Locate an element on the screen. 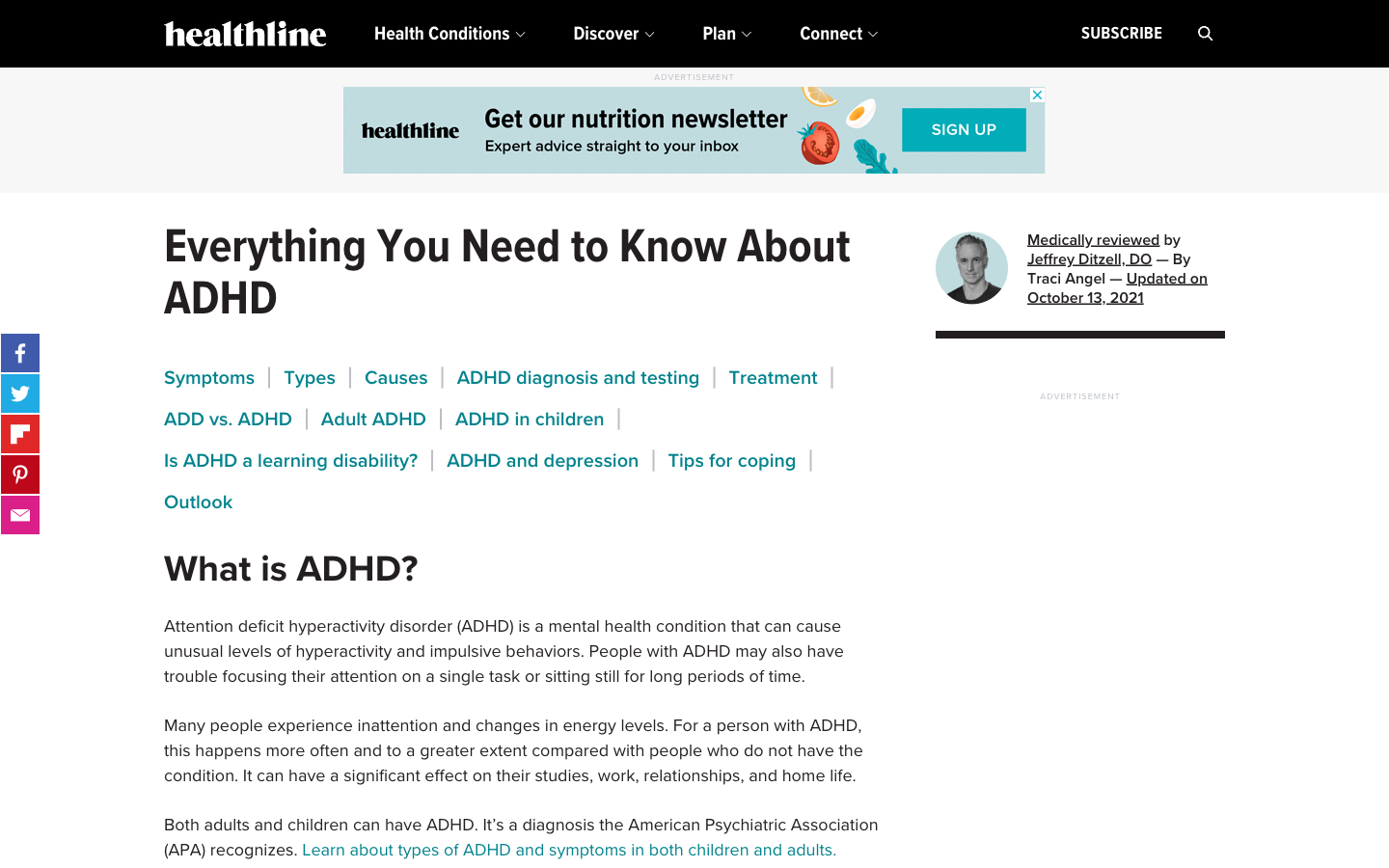  the search bar, key in "Insomnia" and search is located at coordinates (1205, 33).